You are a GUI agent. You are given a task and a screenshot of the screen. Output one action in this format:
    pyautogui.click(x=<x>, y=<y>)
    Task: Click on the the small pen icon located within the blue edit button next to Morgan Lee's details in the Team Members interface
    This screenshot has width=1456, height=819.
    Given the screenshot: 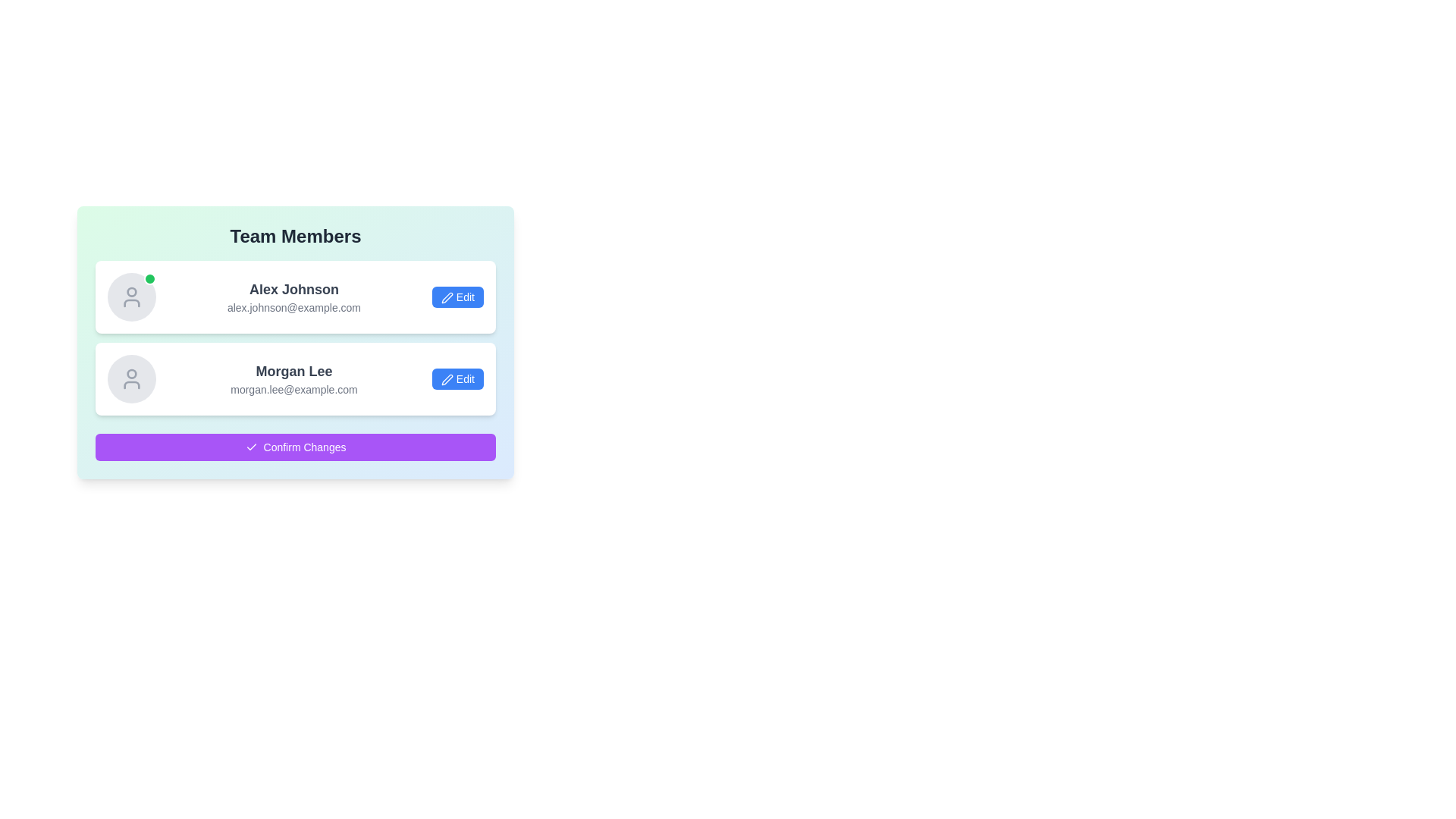 What is the action you would take?
    pyautogui.click(x=447, y=379)
    